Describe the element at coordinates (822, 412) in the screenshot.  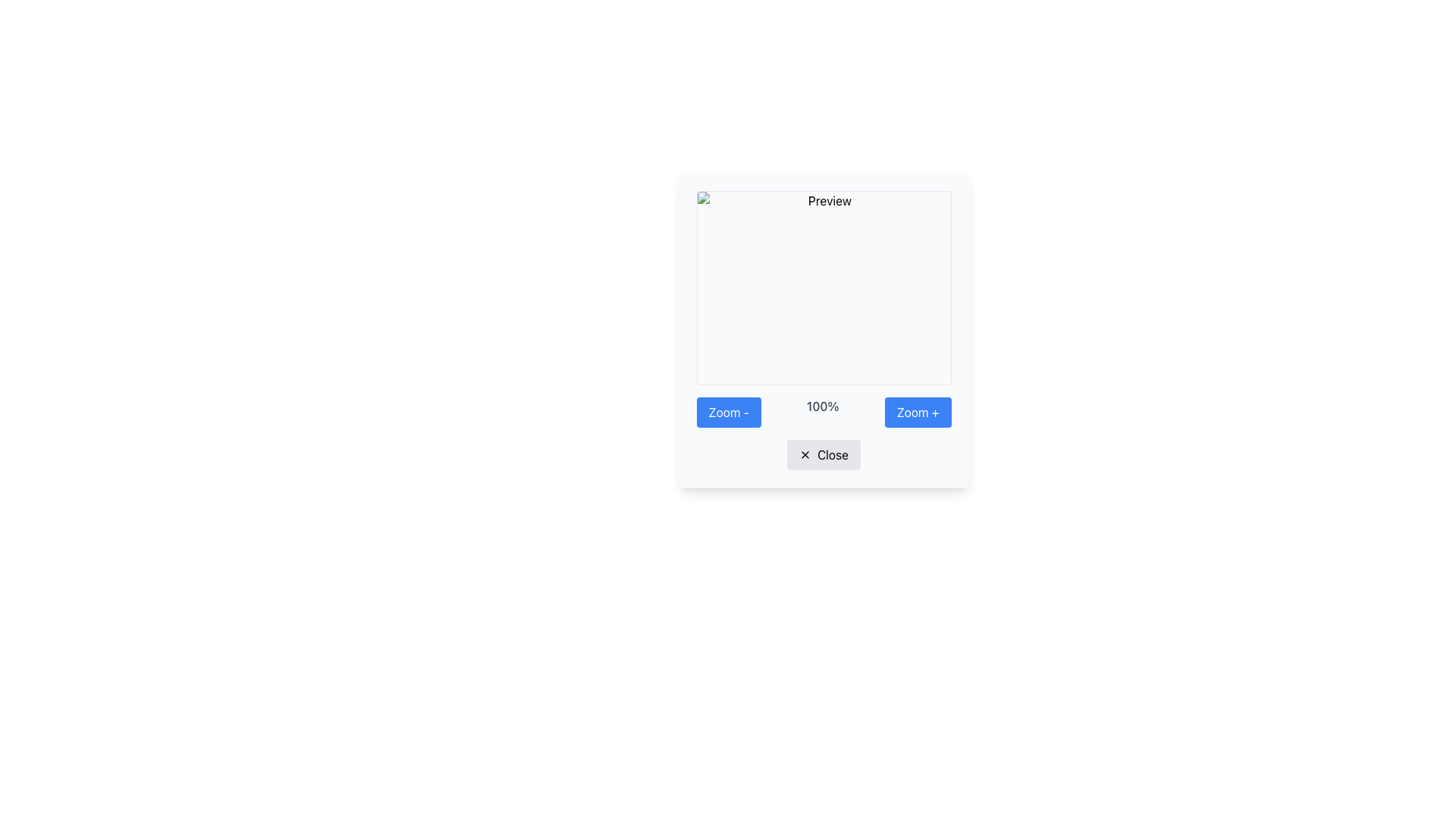
I see `the zoom level indicator text label, which displays the current zoom percentage and is centrally located between the 'Zoom -' button and the 'Zoom +' button near the bottom of the dialog` at that location.